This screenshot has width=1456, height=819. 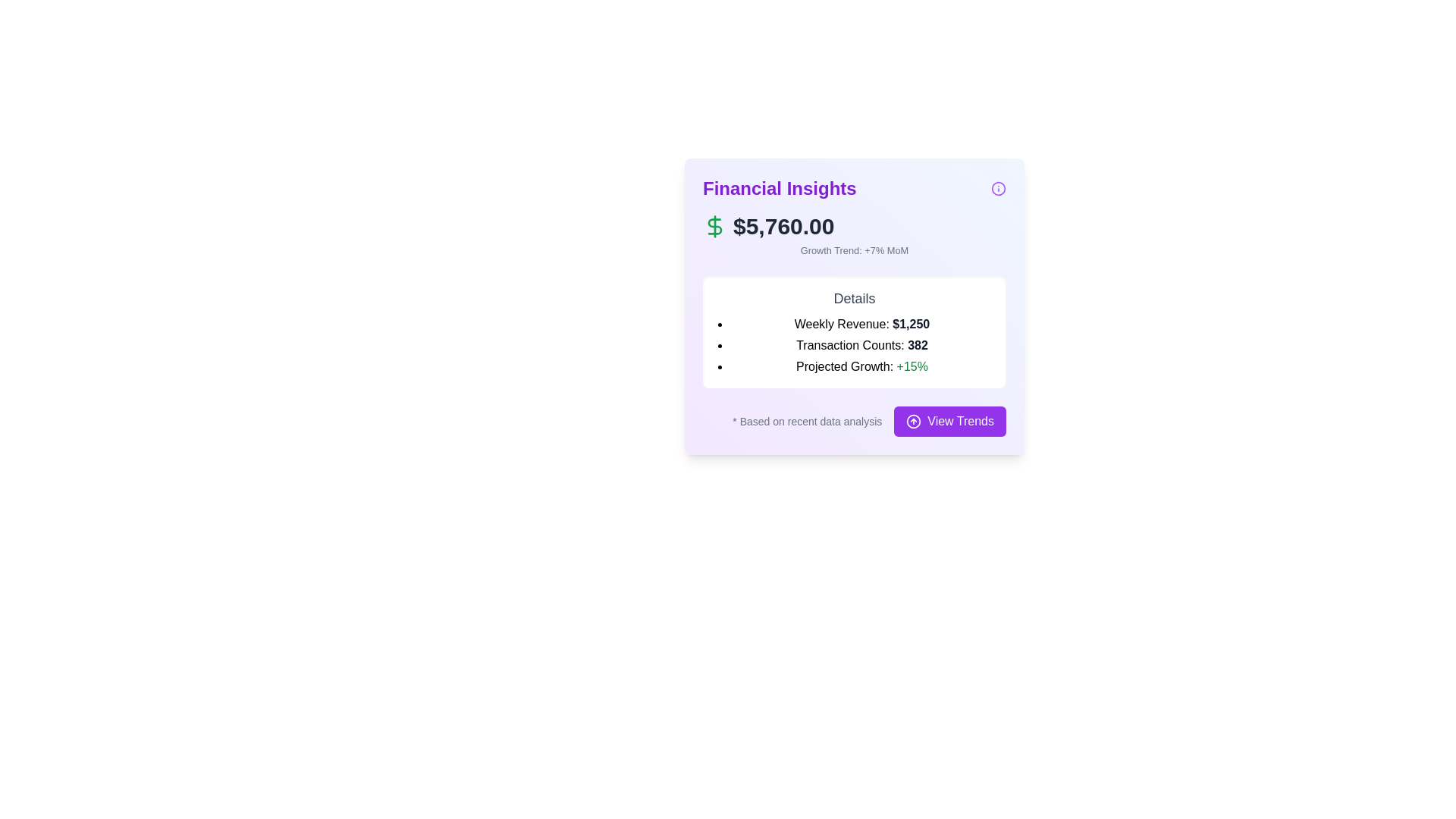 I want to click on contextual information provided by the text label located directly below the financial figure '$5,760.00', centered within the box, so click(x=855, y=249).